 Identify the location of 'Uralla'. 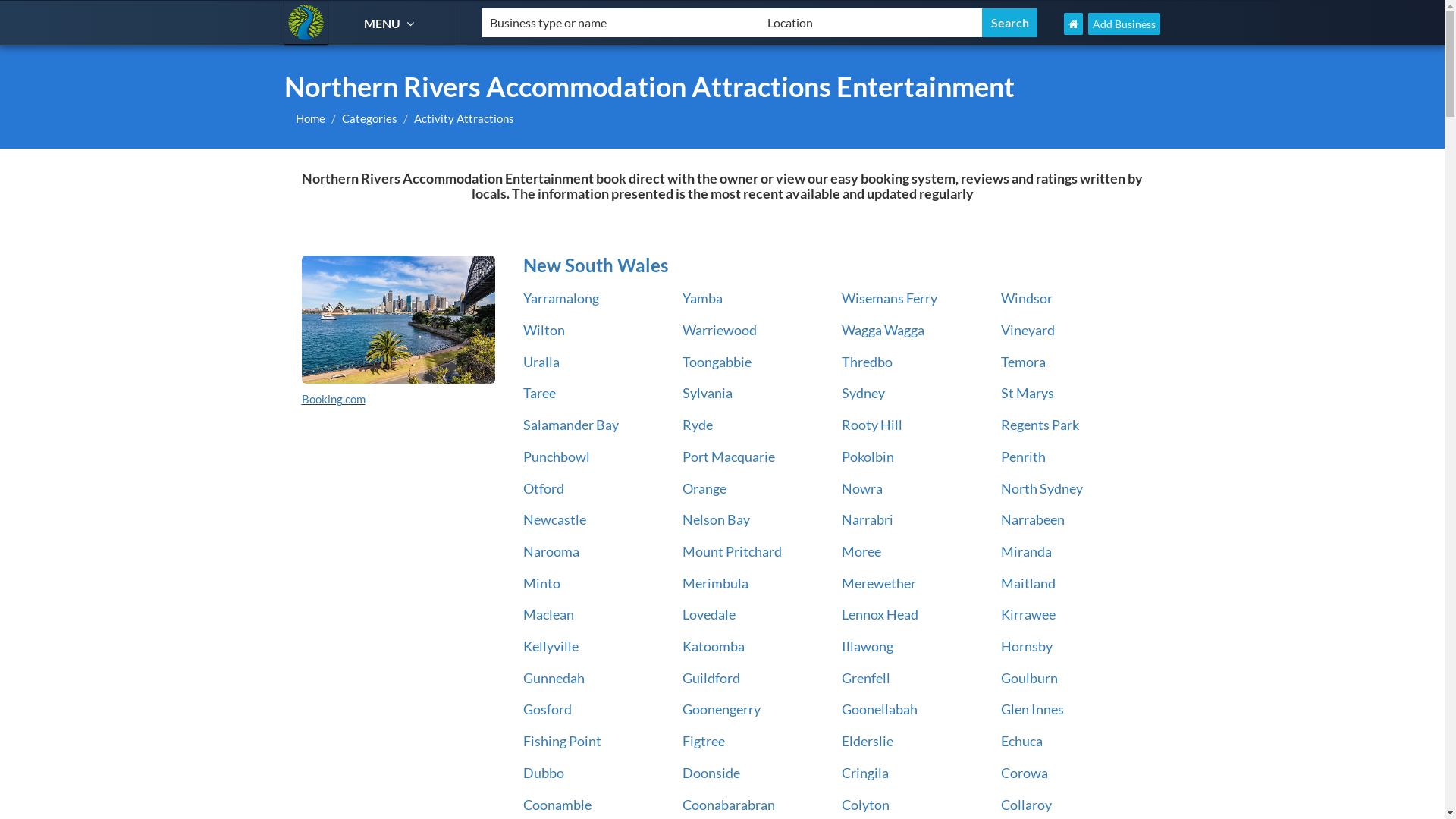
(523, 362).